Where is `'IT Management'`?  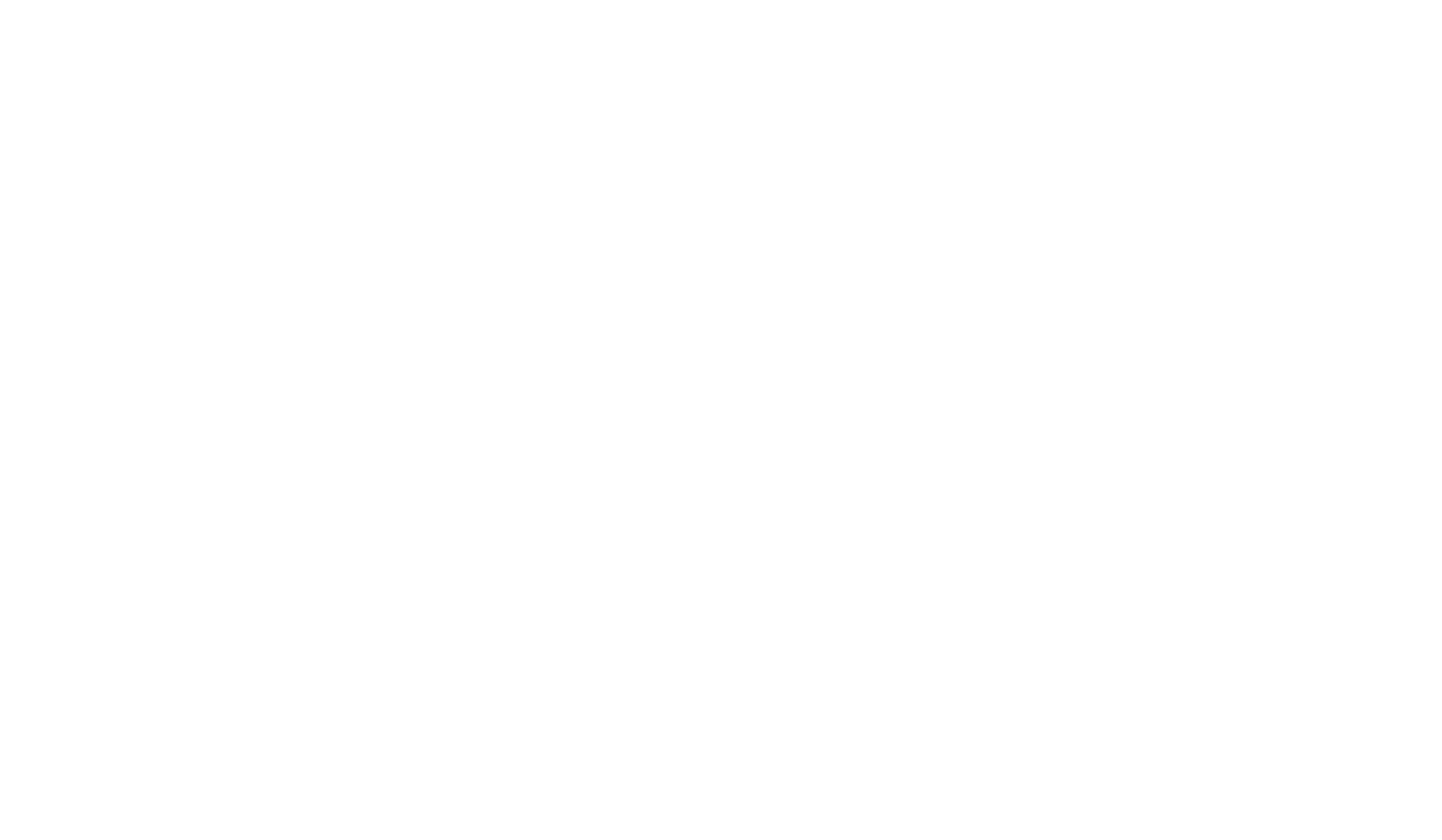
'IT Management' is located at coordinates (402, 792).